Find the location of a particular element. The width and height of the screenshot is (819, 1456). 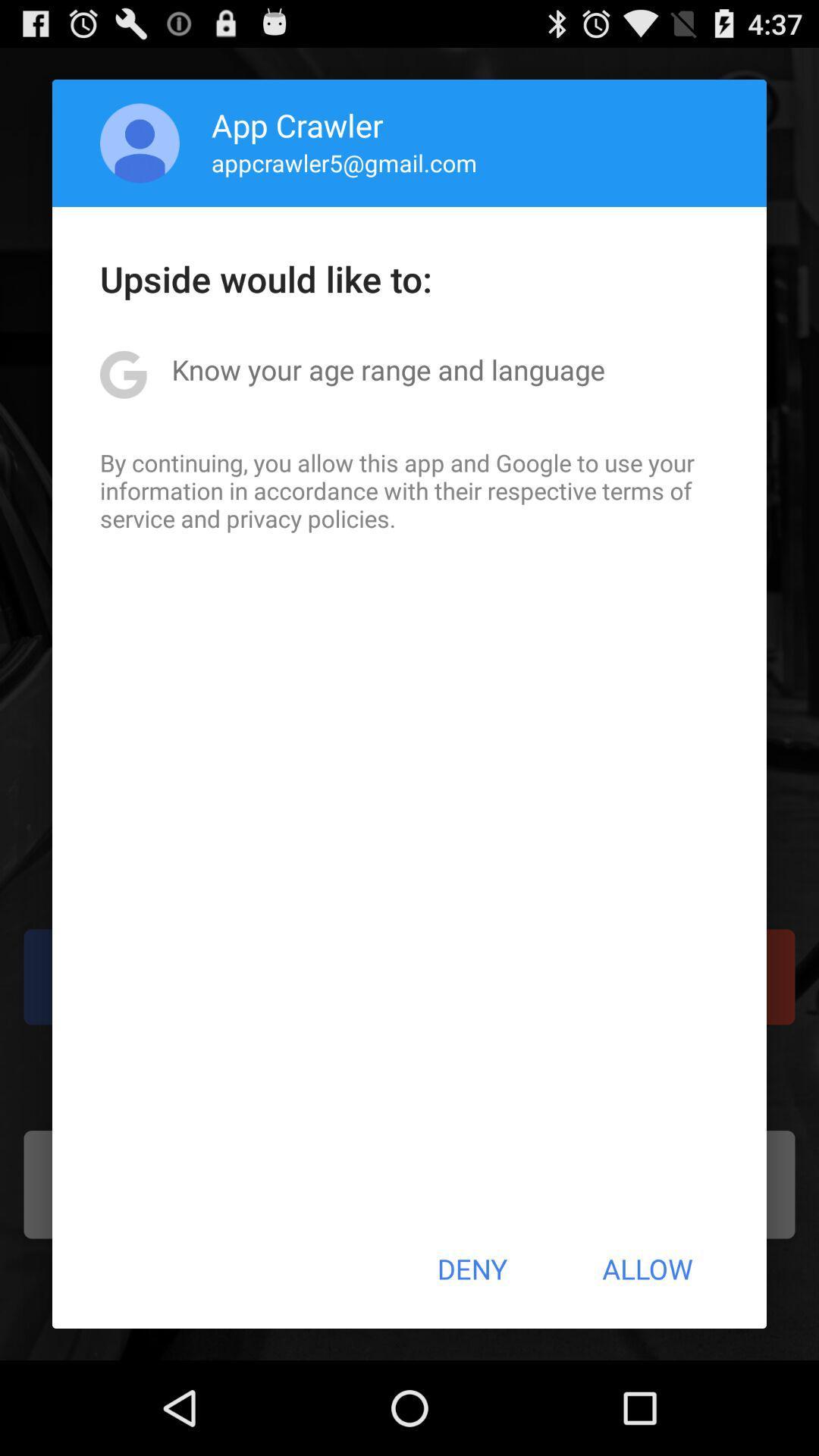

the app to the left of app crawler icon is located at coordinates (140, 143).